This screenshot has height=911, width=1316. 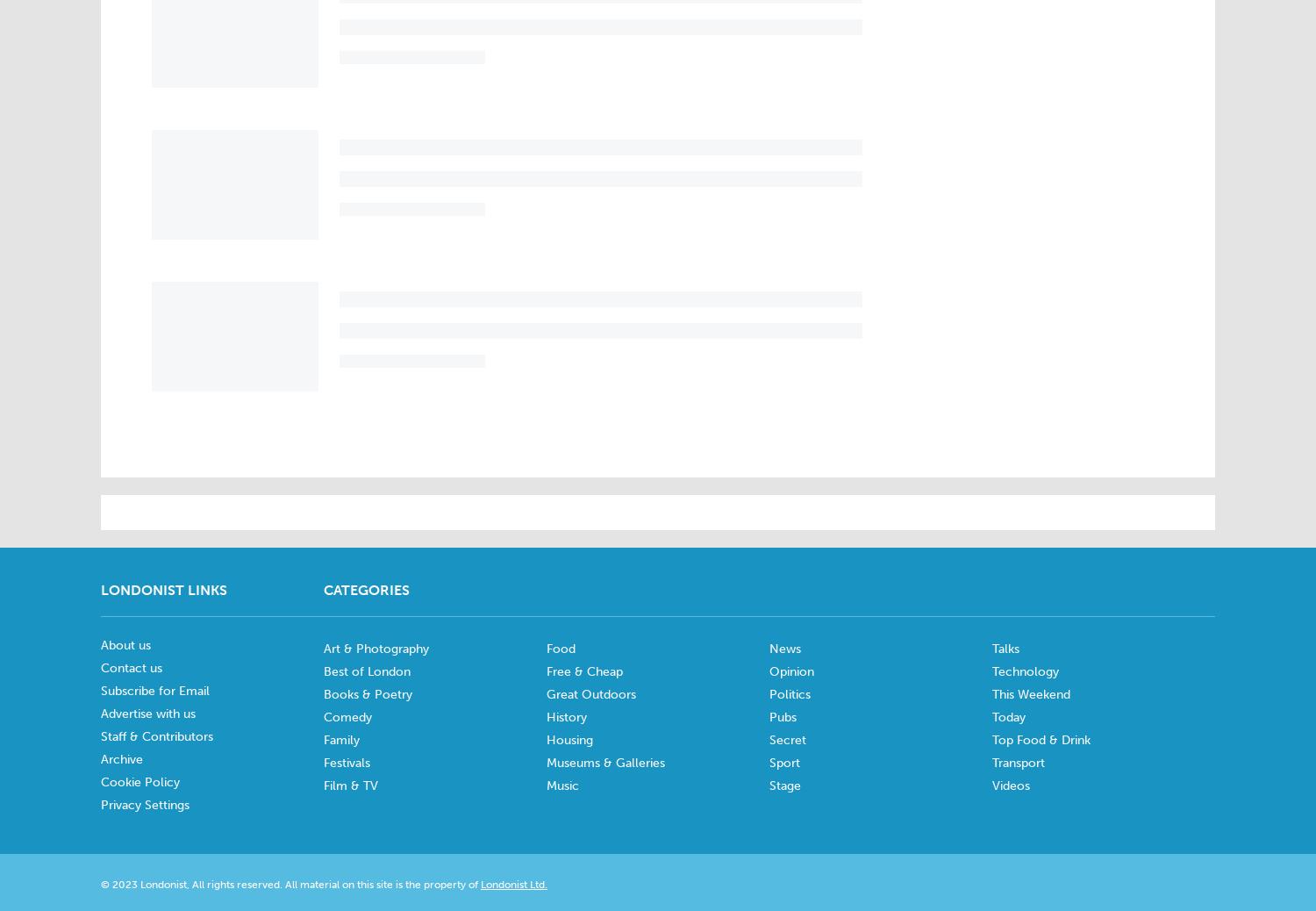 I want to click on 'Categories', so click(x=367, y=589).